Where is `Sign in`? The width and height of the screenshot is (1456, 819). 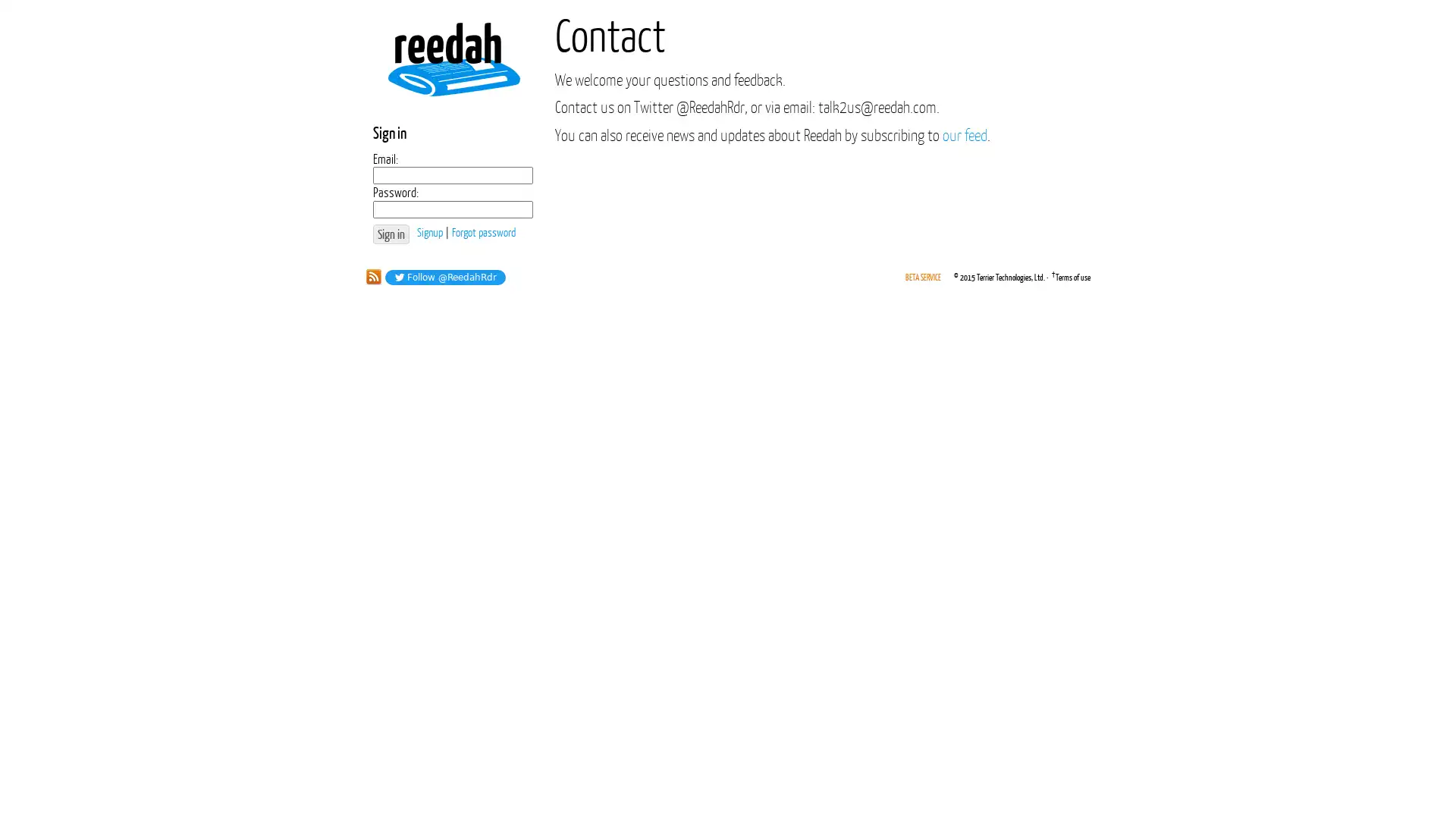 Sign in is located at coordinates (391, 234).